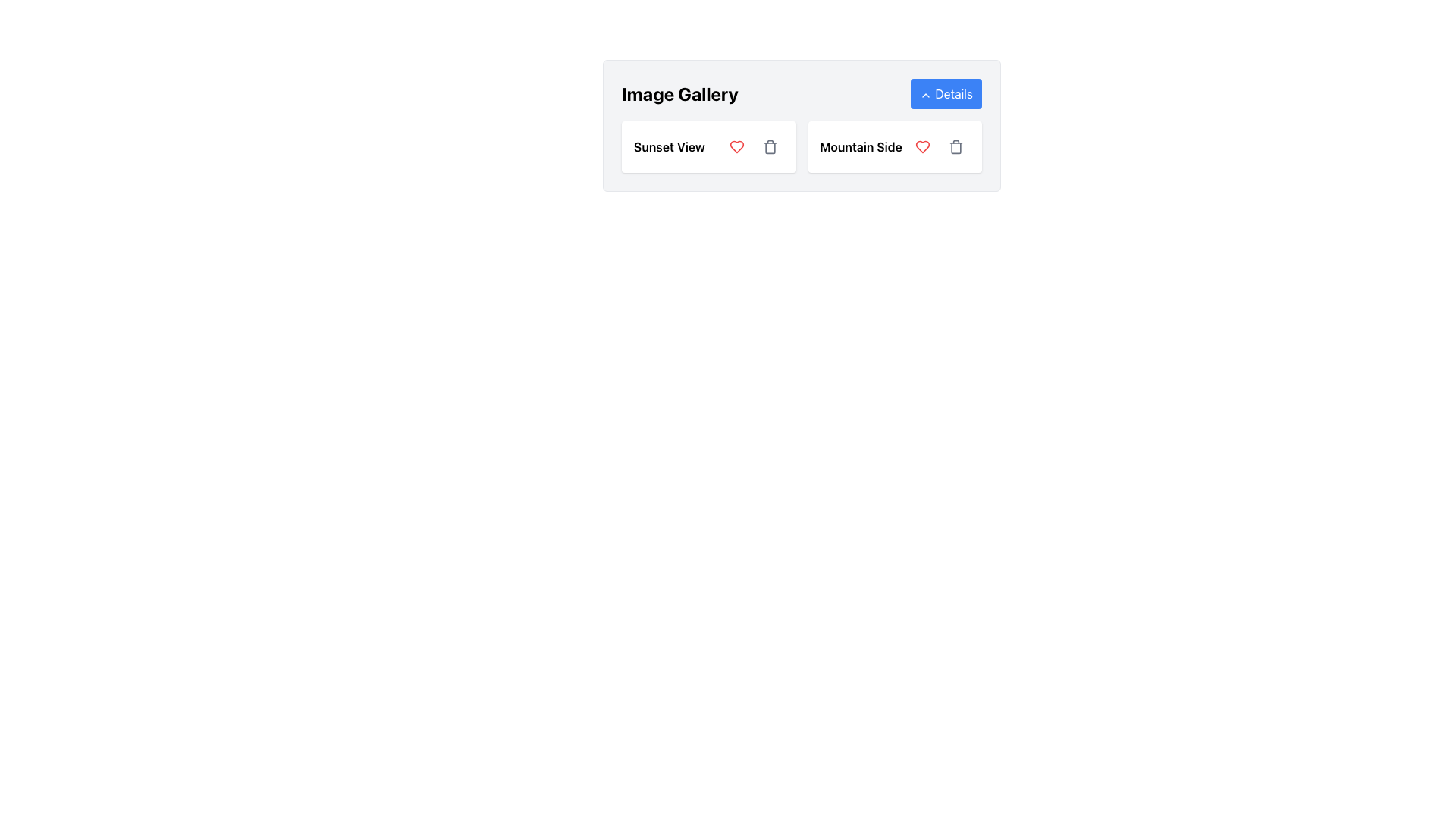 The image size is (1456, 819). What do you see at coordinates (925, 95) in the screenshot?
I see `the small upward-pointing arrow icon within the blue 'Details' button in the top-right corner of the 'Image Gallery' panel` at bounding box center [925, 95].